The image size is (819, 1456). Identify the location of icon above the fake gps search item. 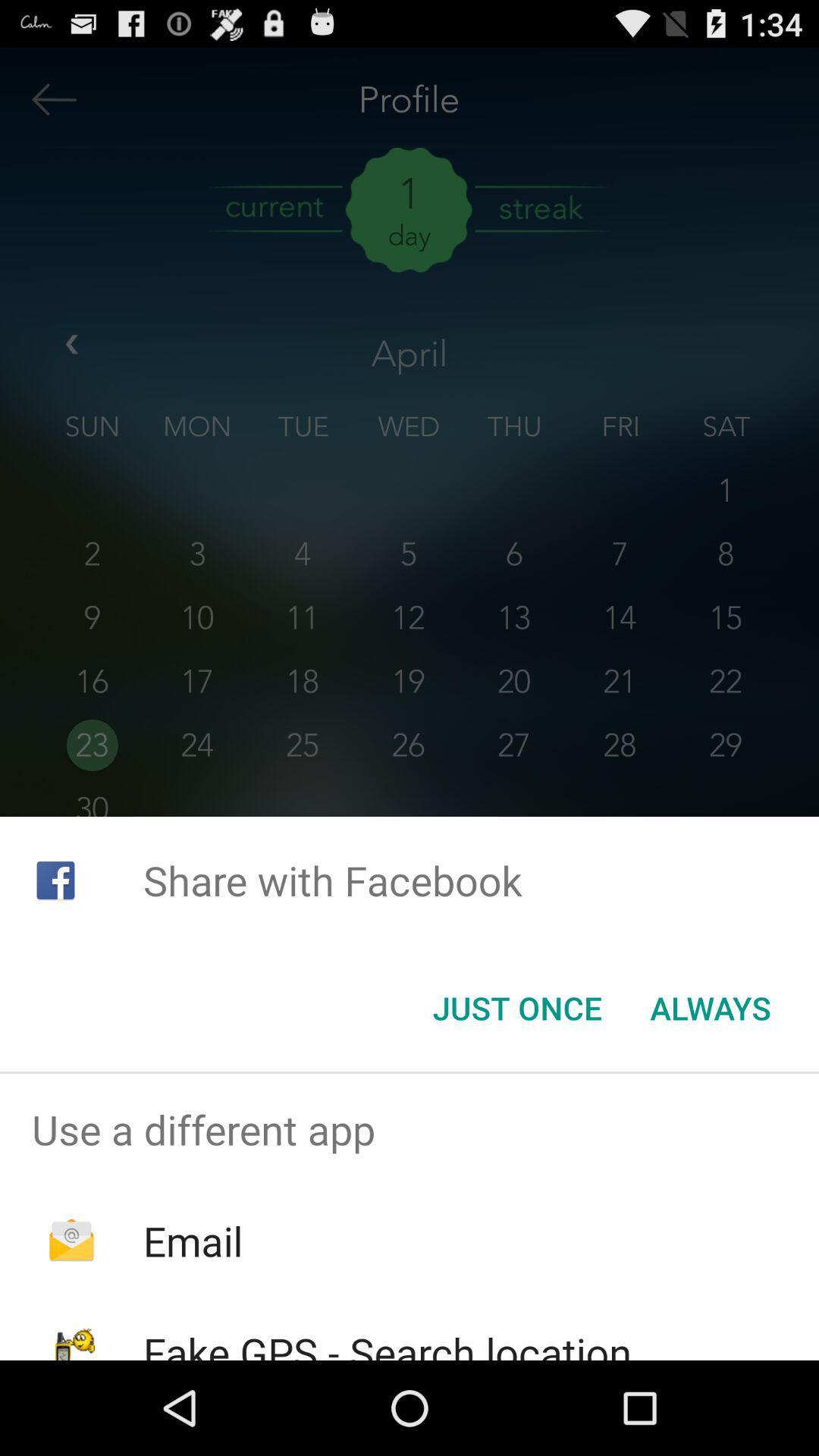
(192, 1241).